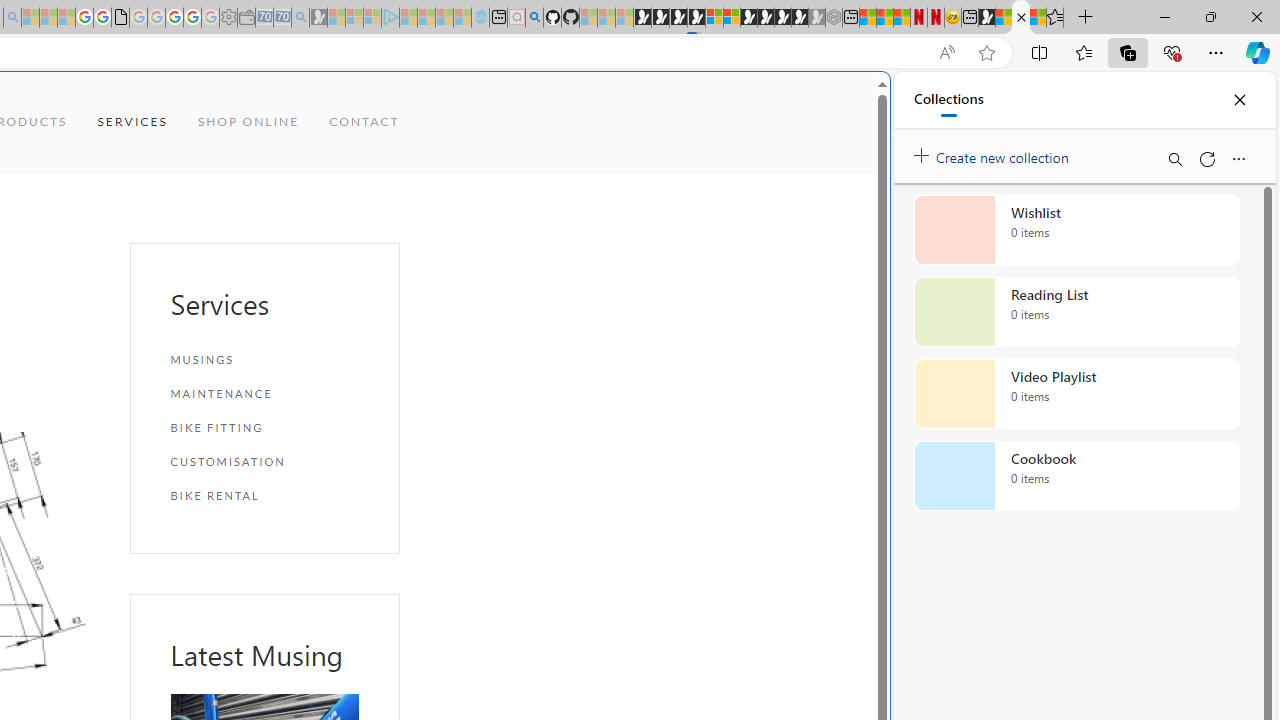 The height and width of the screenshot is (720, 1280). I want to click on 'SERVICES', so click(131, 122).